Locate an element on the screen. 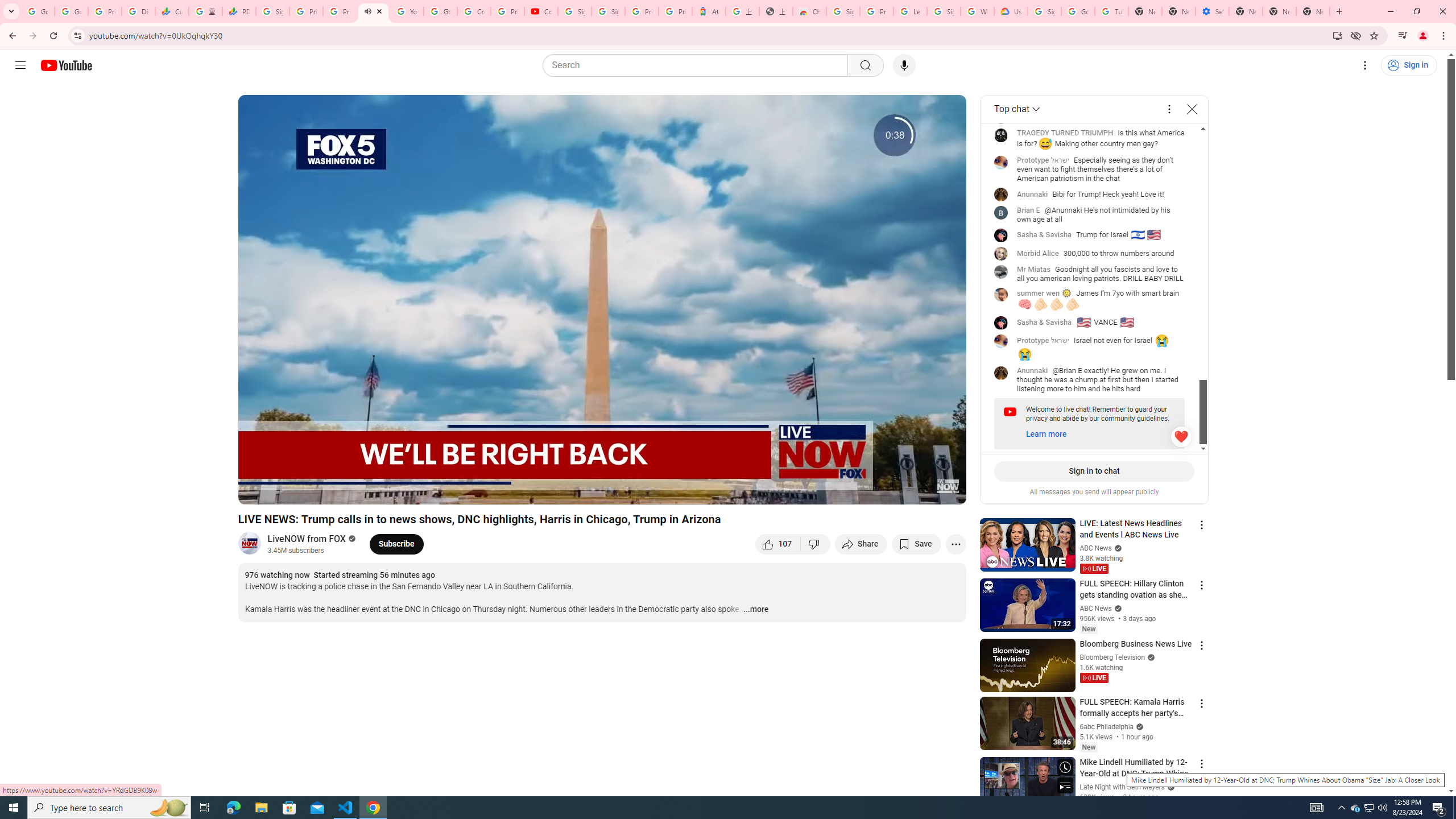  'Channel watermark' is located at coordinates (948, 486).